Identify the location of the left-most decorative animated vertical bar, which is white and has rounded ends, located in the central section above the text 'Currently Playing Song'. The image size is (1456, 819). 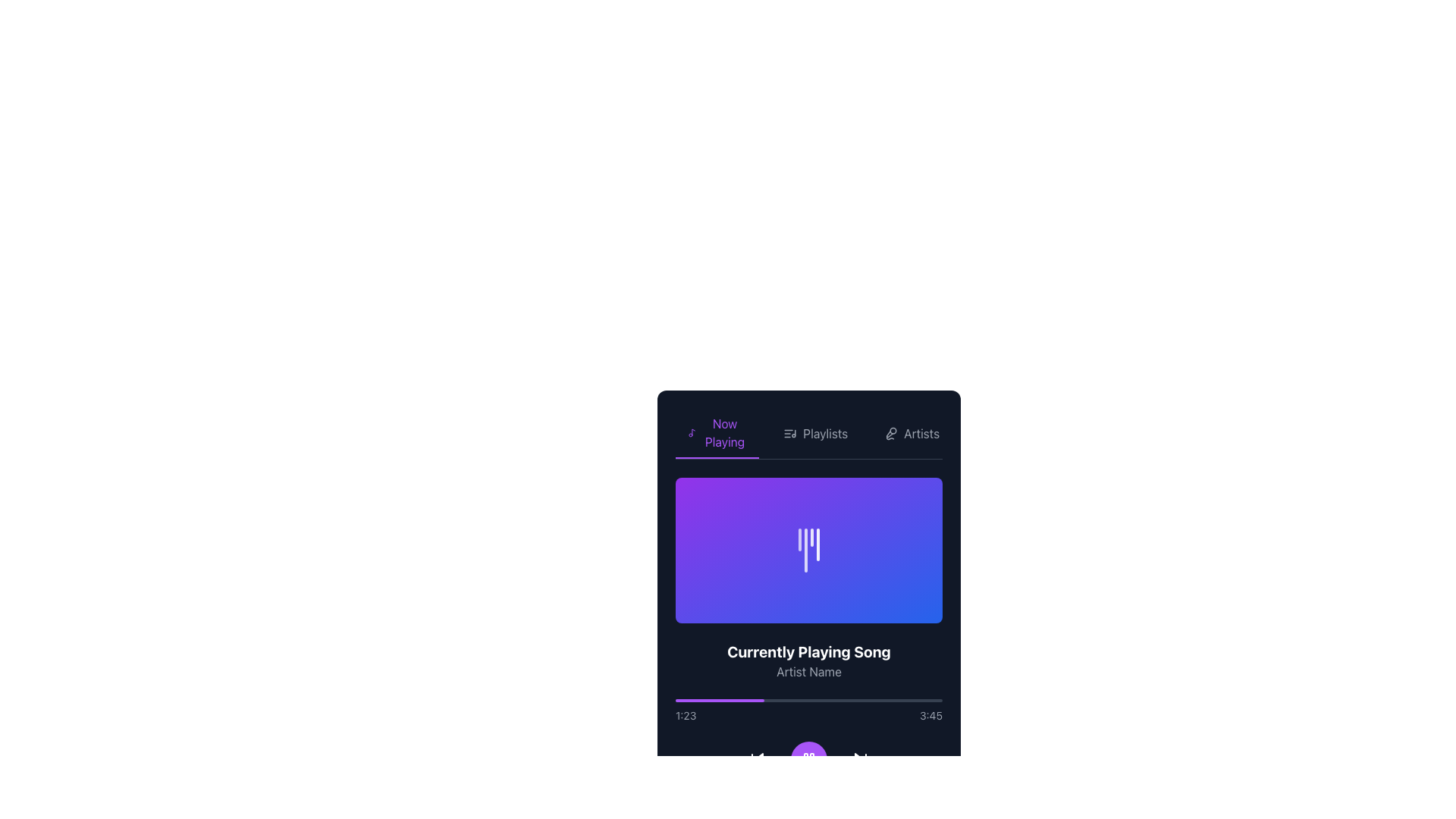
(799, 538).